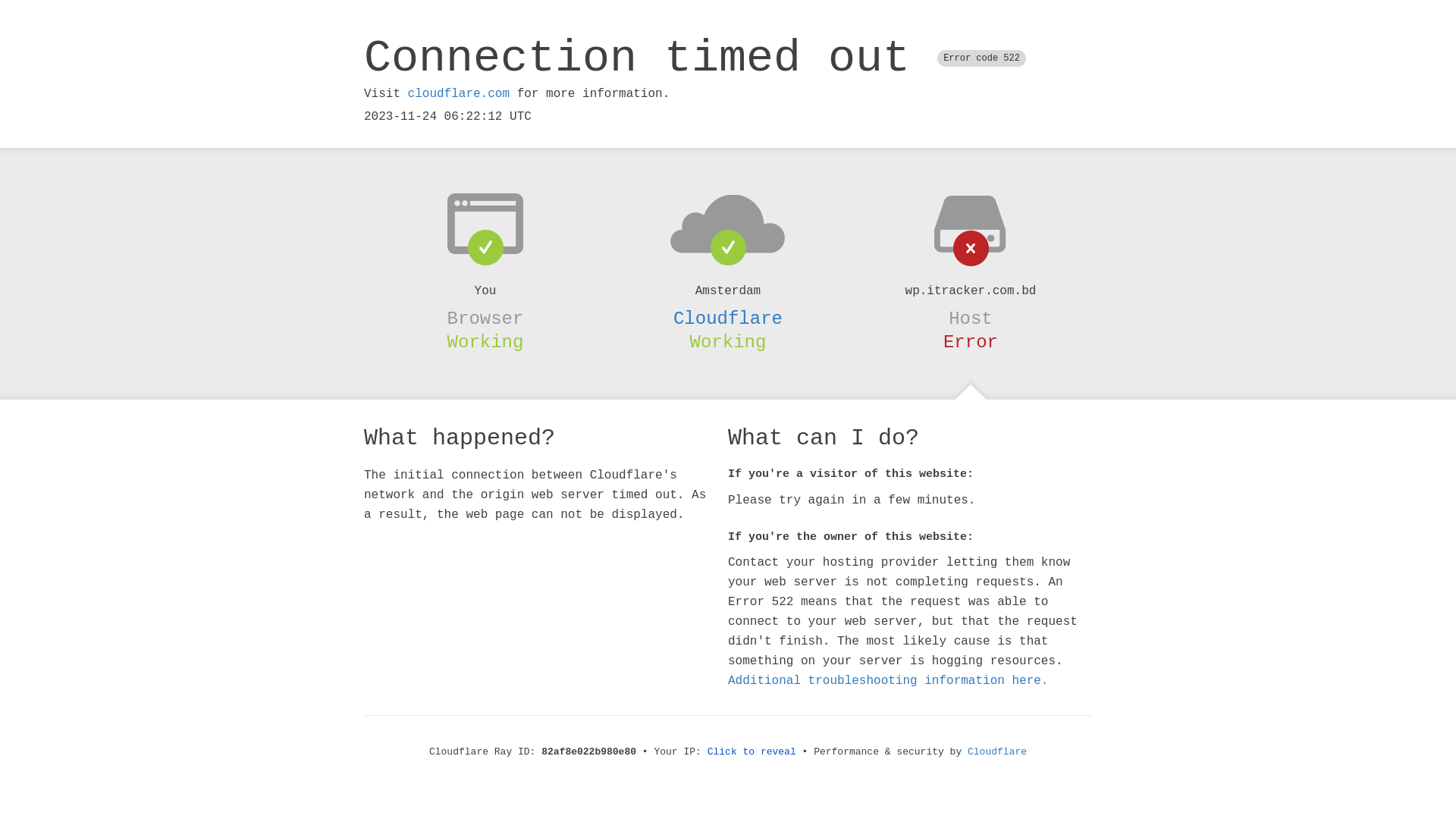 Image resolution: width=1456 pixels, height=819 pixels. I want to click on 'Cloudflare', so click(673, 318).